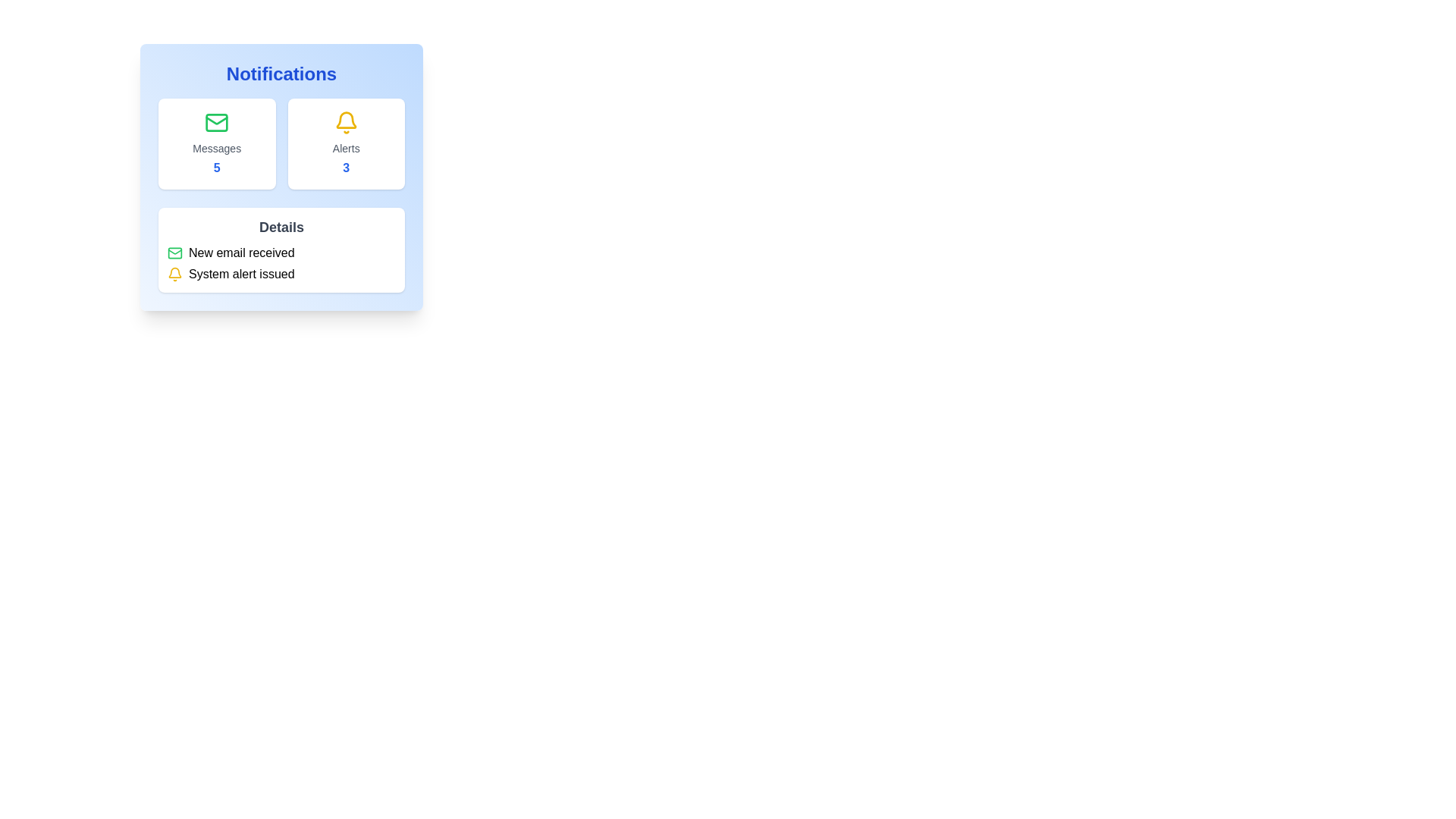 This screenshot has height=819, width=1456. I want to click on the alert notification icon located at the far left of the 'System alert issued' section, so click(174, 275).